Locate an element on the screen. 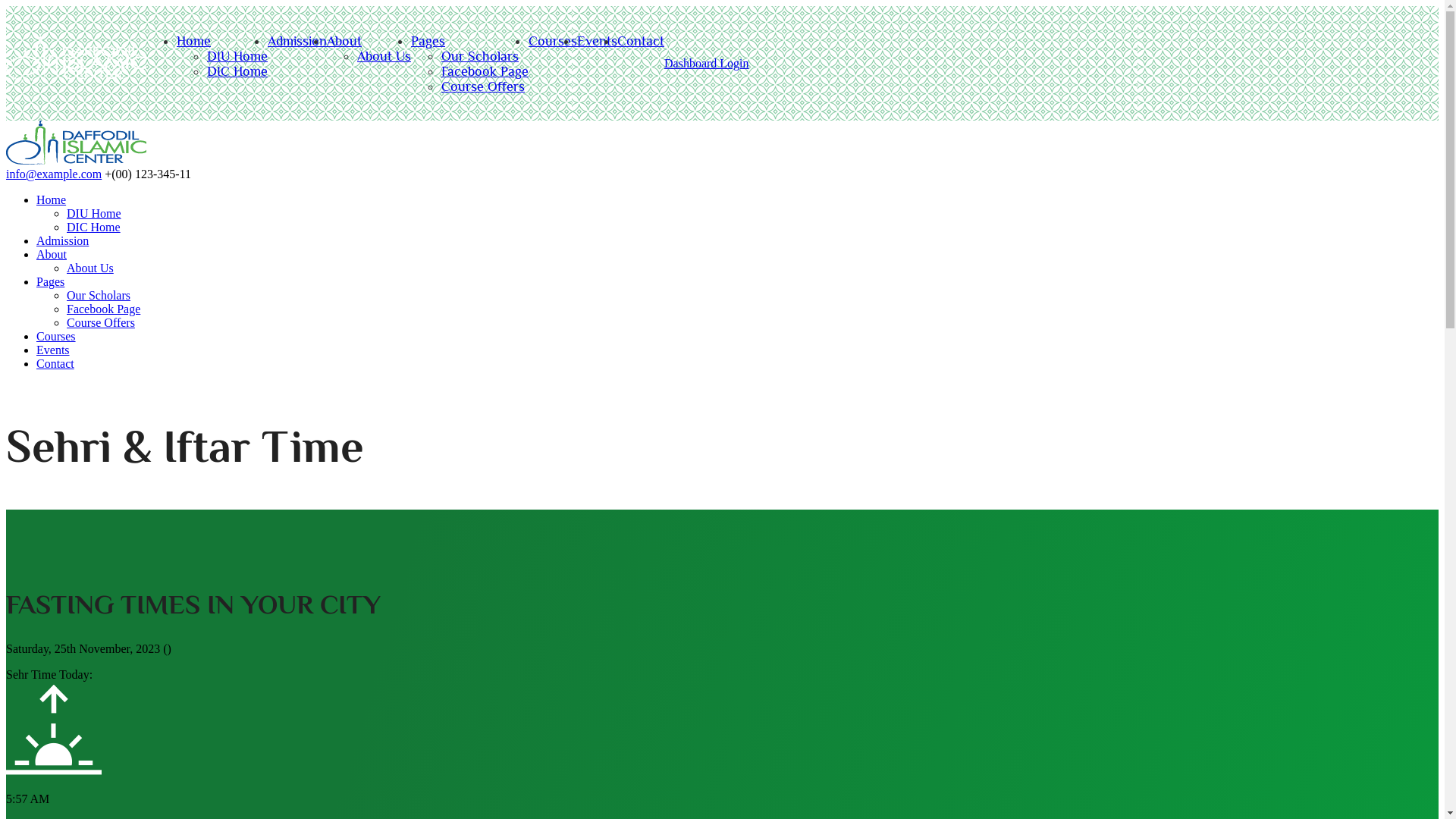 The height and width of the screenshot is (819, 1456). 'Our Scholars' is located at coordinates (97, 295).